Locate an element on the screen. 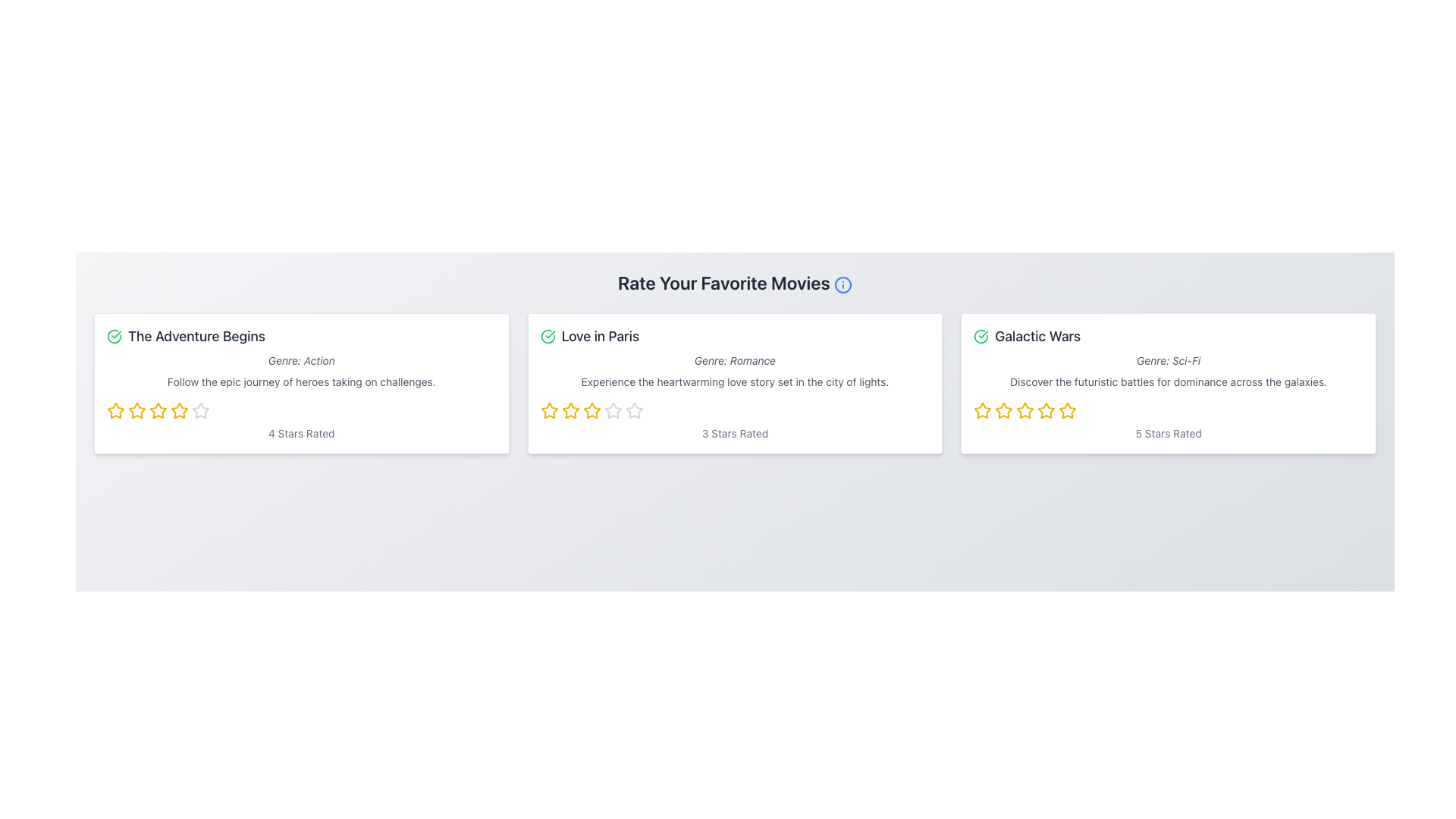 The height and width of the screenshot is (819, 1456). the Text Label that serves as the title of the movie card, located in the top-left section of the leftmost card, positioned below a green checkmark icon and above the genre and description text is located at coordinates (196, 335).